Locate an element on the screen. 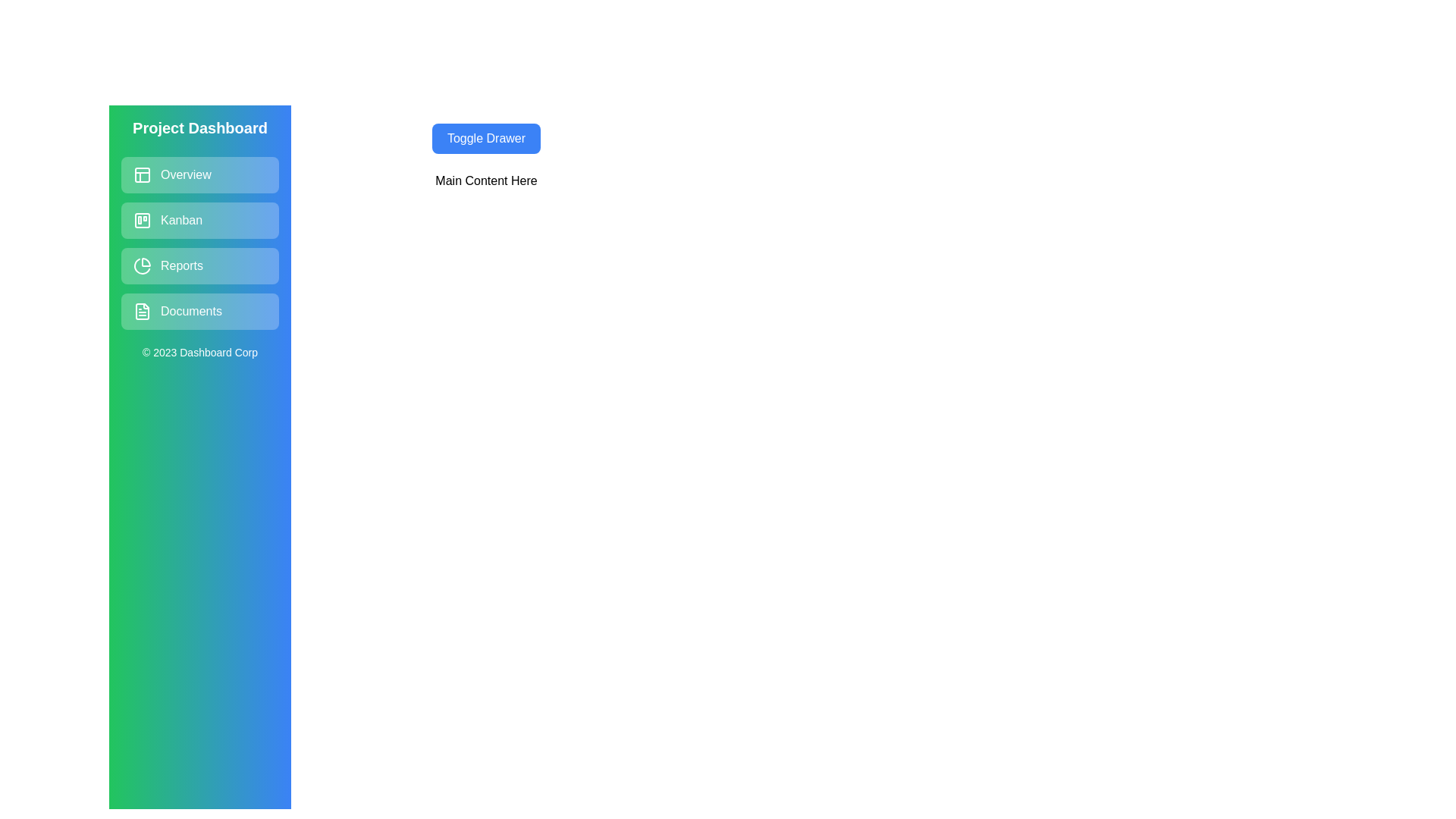  the navigation item Documents in the drawer is located at coordinates (199, 311).